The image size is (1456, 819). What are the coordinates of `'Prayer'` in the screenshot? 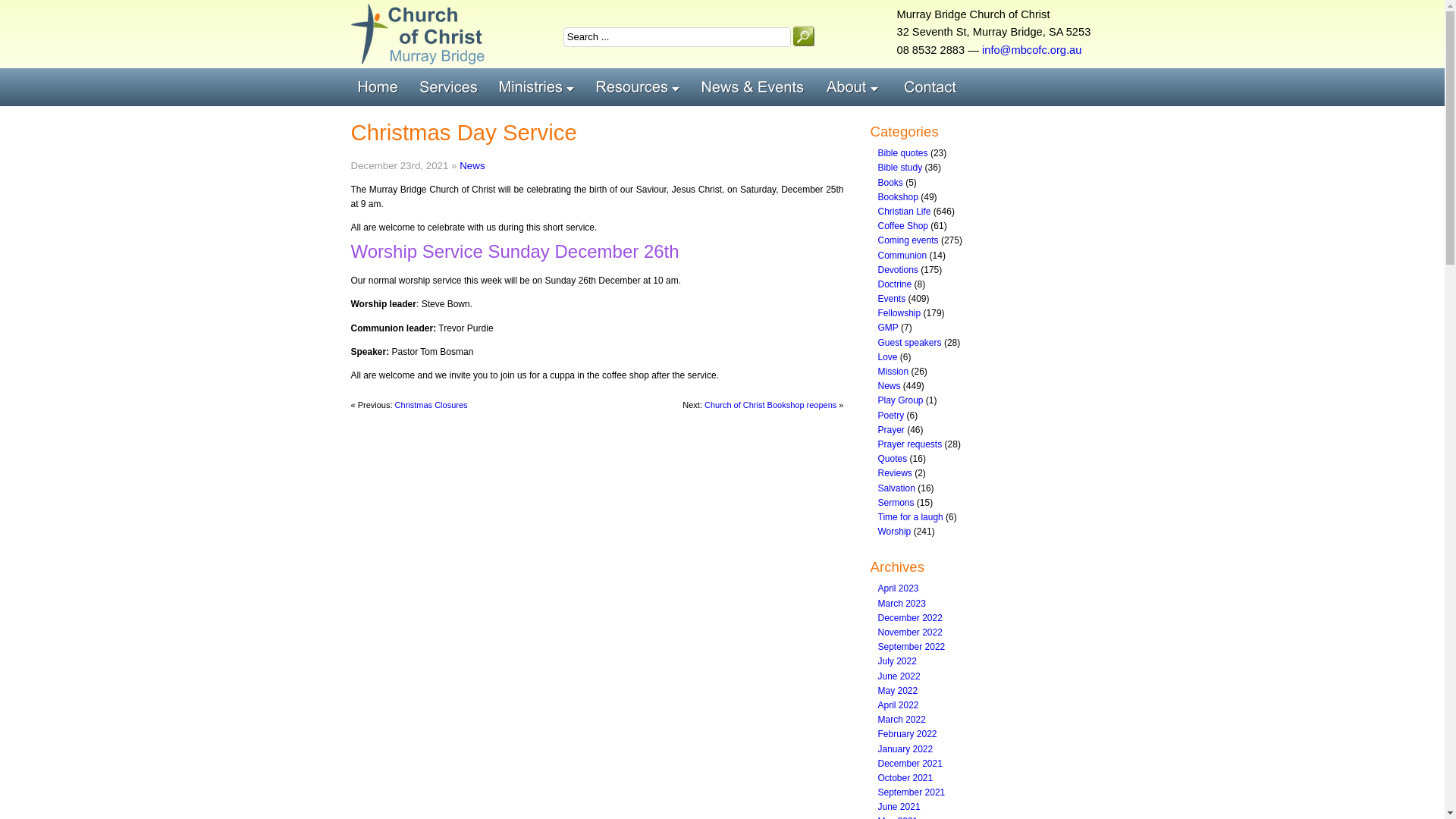 It's located at (891, 430).